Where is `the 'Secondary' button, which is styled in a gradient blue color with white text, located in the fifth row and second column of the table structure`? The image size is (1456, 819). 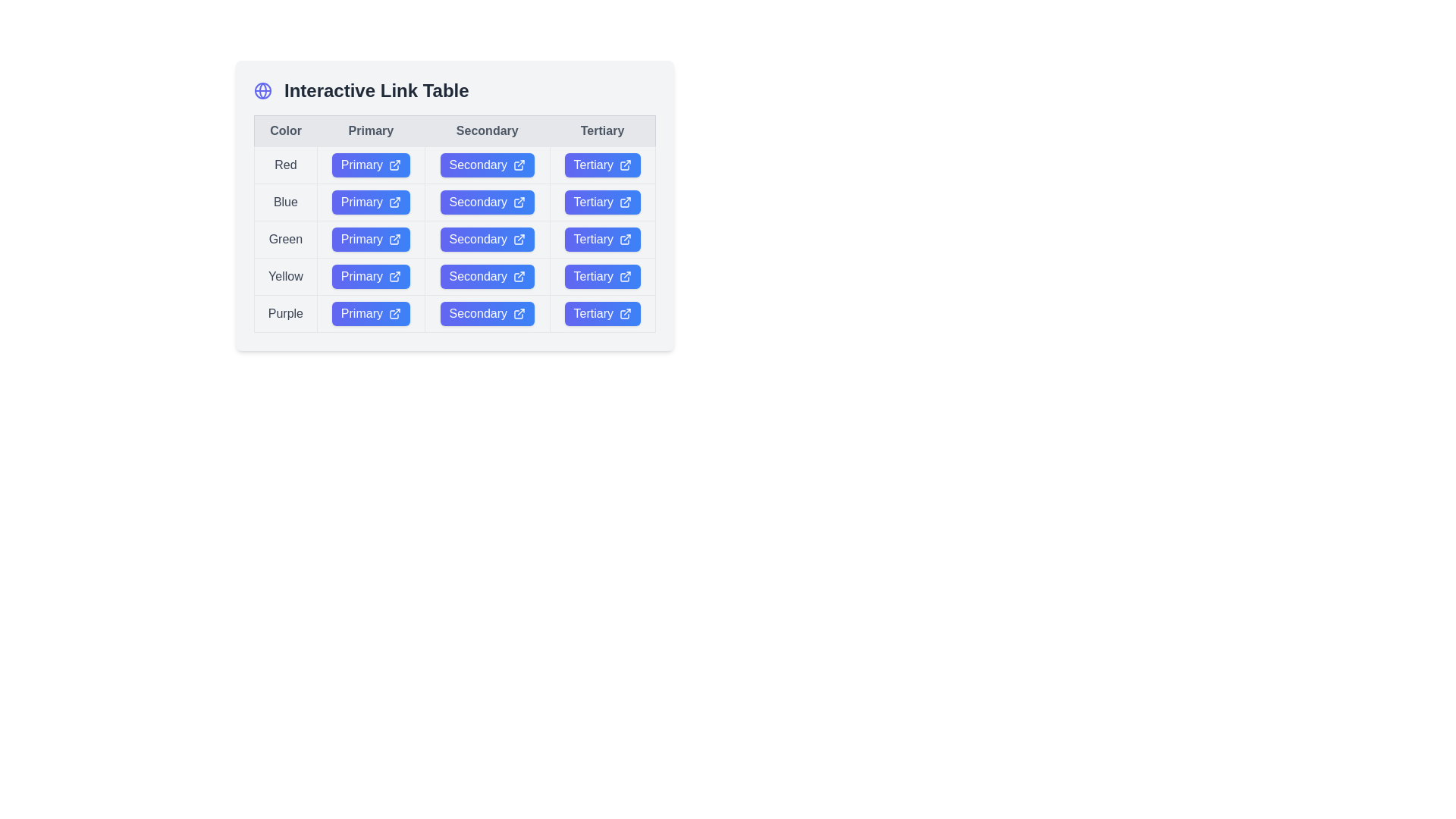 the 'Secondary' button, which is styled in a gradient blue color with white text, located in the fifth row and second column of the table structure is located at coordinates (454, 312).